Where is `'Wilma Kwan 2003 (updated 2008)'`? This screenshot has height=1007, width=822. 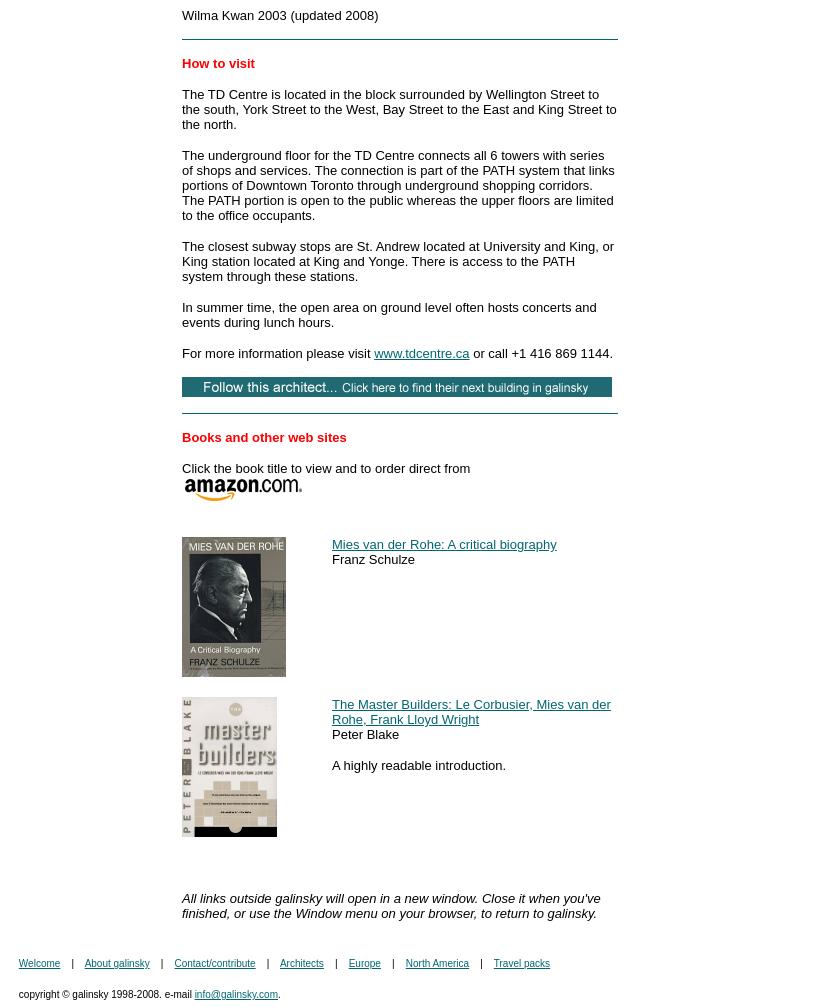
'Wilma Kwan 2003 (updated 2008)' is located at coordinates (278, 15).